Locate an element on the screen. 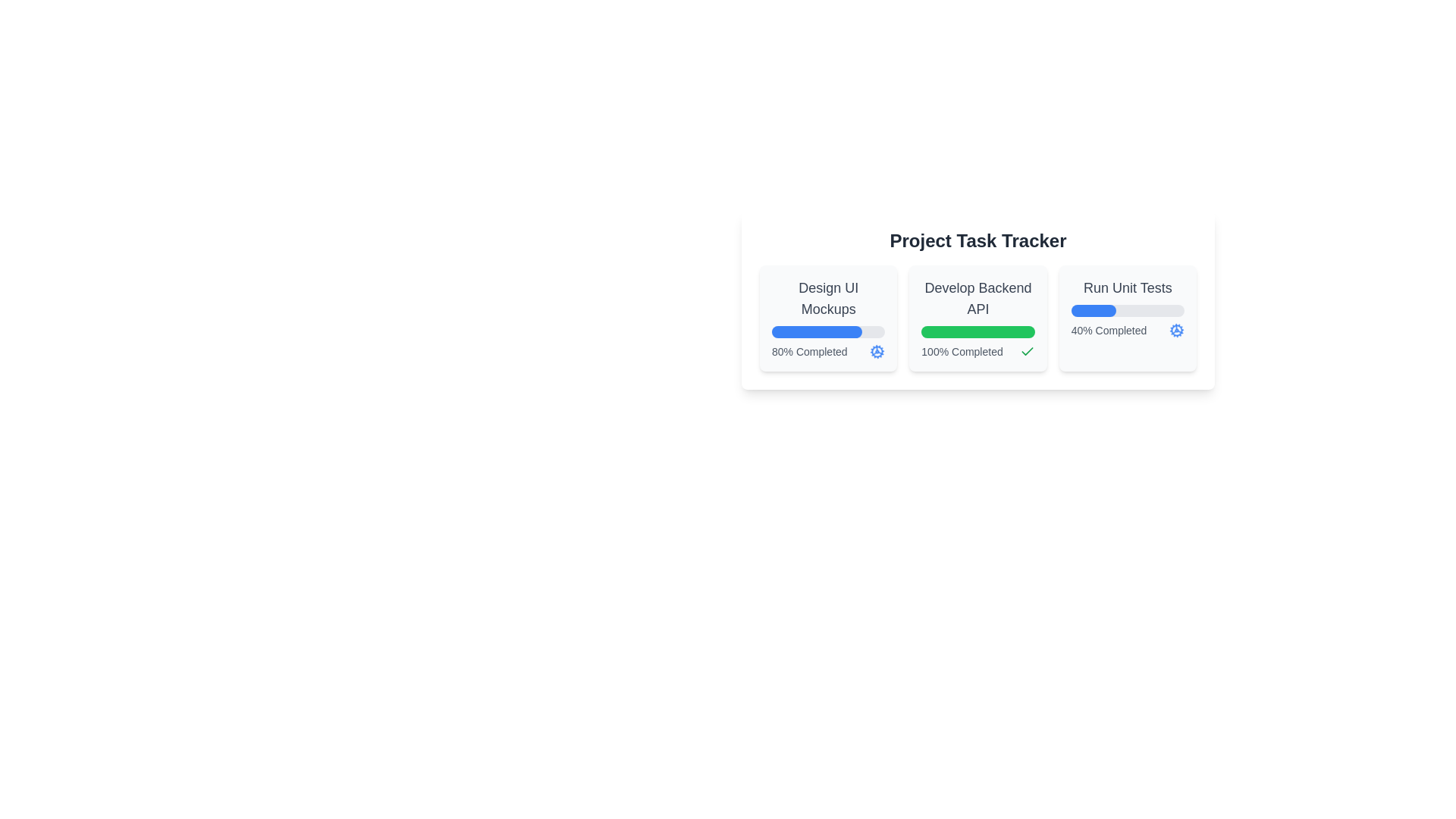 The height and width of the screenshot is (819, 1456). the Task progress indicator labeled 'Develop Backend API' to interact with the surrounding visual elements is located at coordinates (978, 318).